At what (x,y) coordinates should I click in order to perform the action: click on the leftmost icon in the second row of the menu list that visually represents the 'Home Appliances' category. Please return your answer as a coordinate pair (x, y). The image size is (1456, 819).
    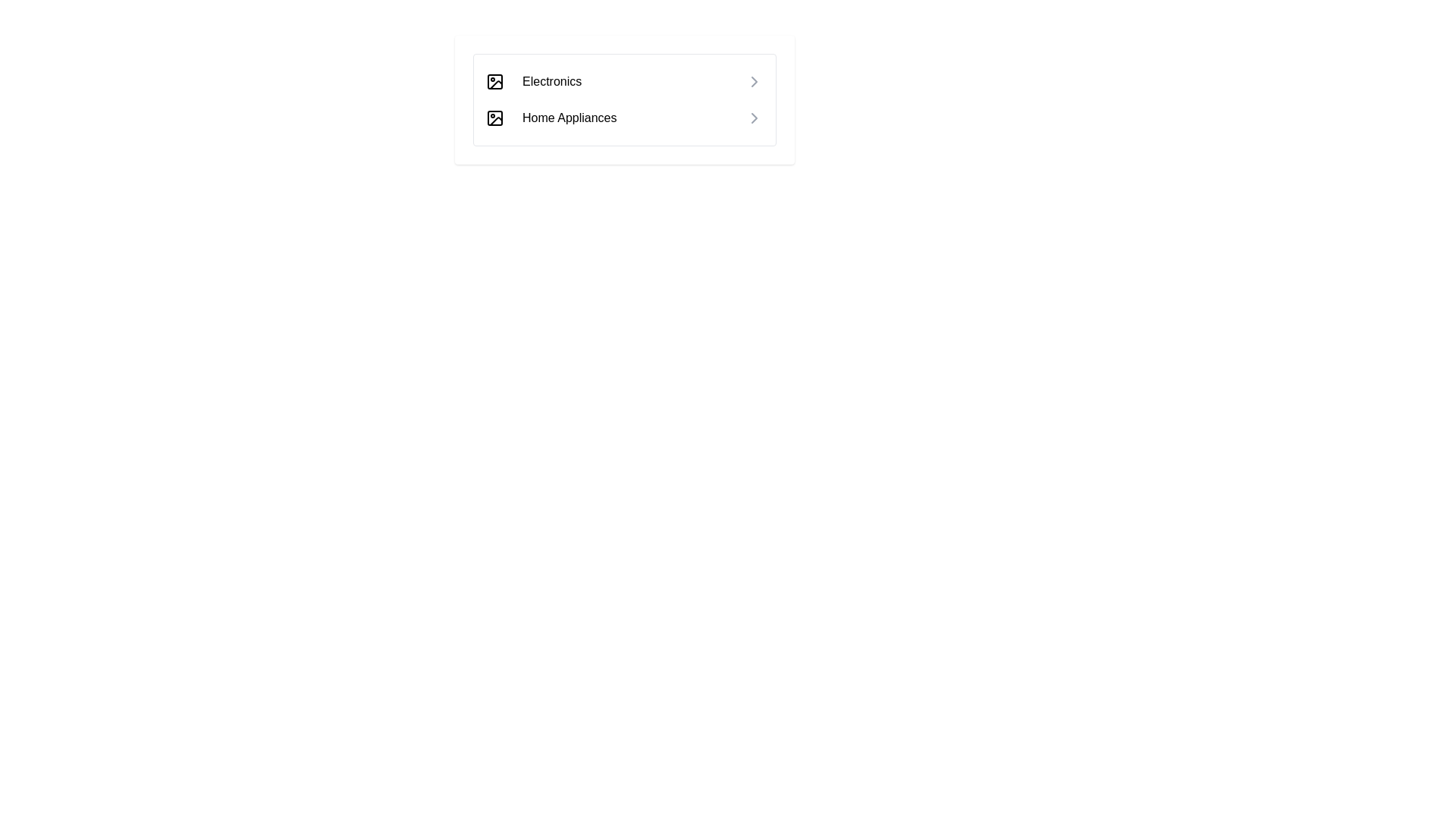
    Looking at the image, I should click on (494, 117).